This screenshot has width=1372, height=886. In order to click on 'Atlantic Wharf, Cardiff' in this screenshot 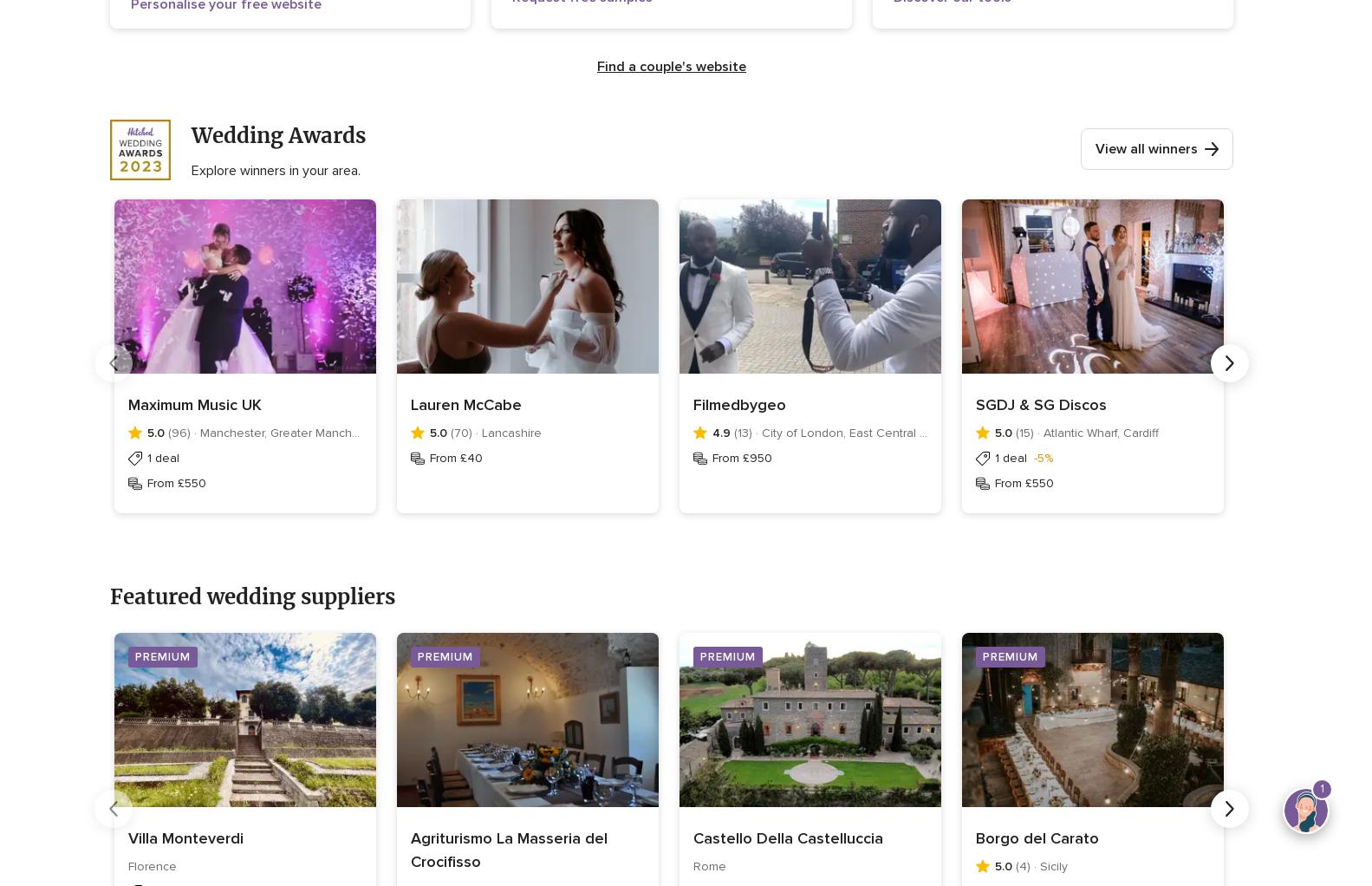, I will do `click(1100, 433)`.